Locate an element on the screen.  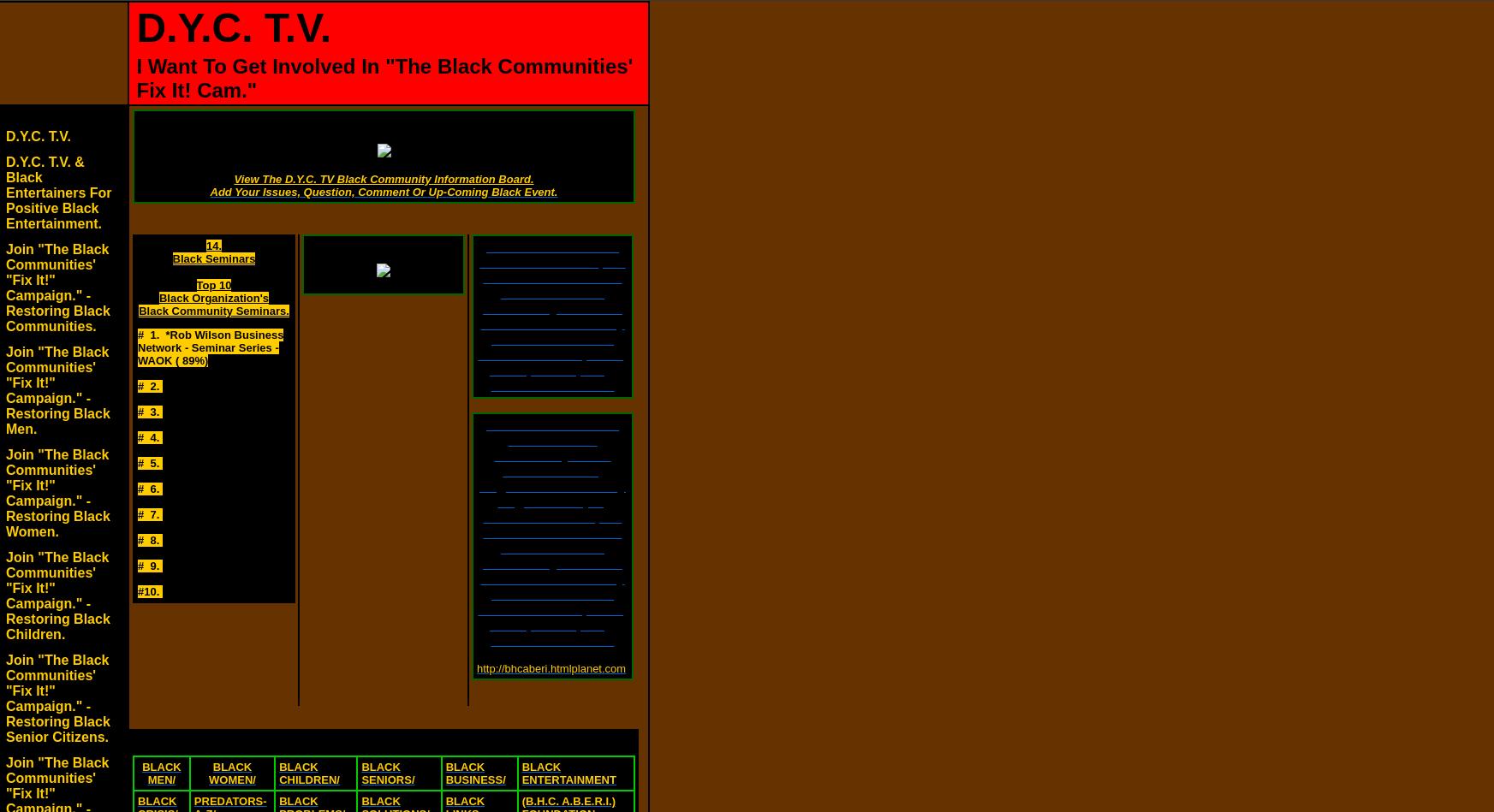
'http://bhcaberi.htmlplanet.com' is located at coordinates (551, 668).